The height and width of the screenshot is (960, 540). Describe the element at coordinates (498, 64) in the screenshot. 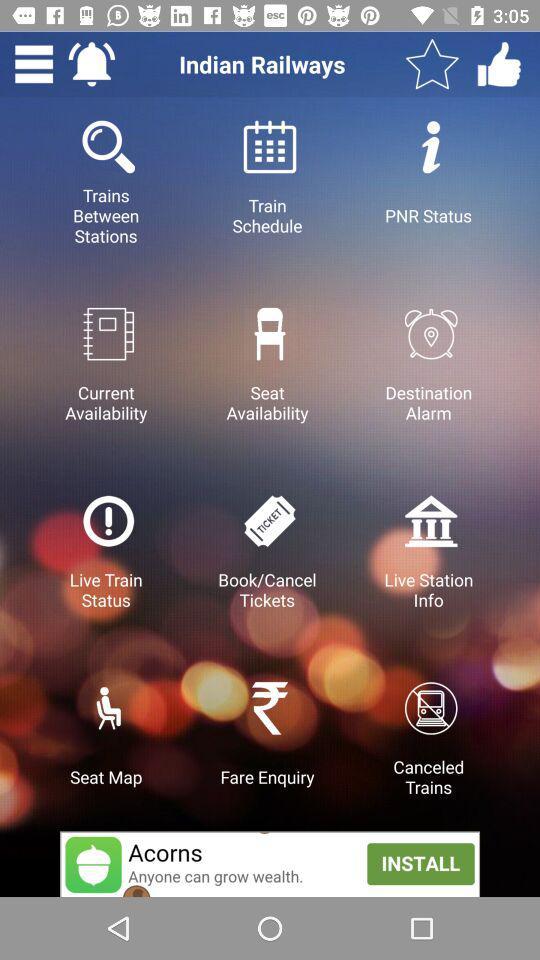

I see `like` at that location.